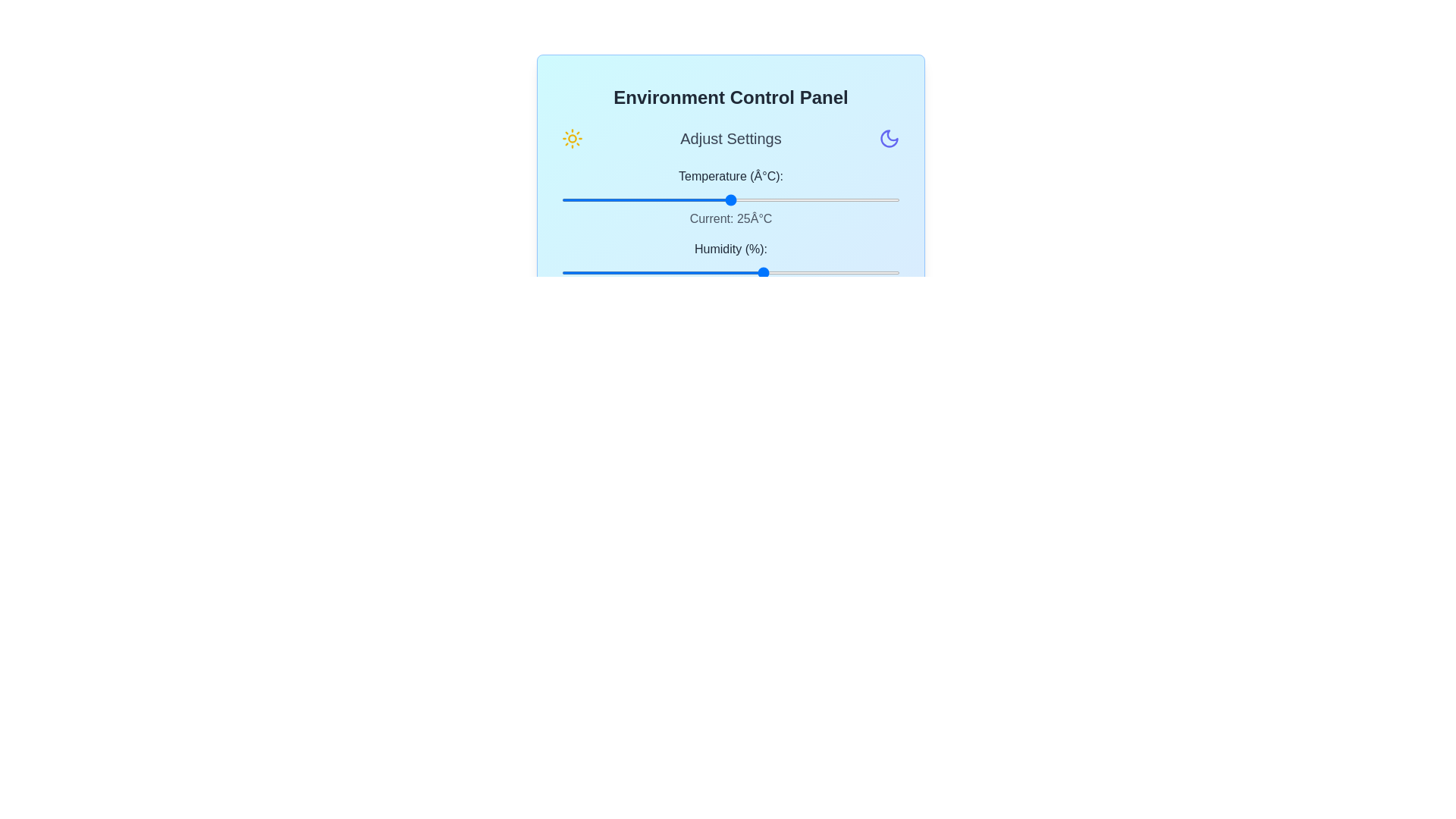  I want to click on the humidity slider to 89%, so click(862, 271).